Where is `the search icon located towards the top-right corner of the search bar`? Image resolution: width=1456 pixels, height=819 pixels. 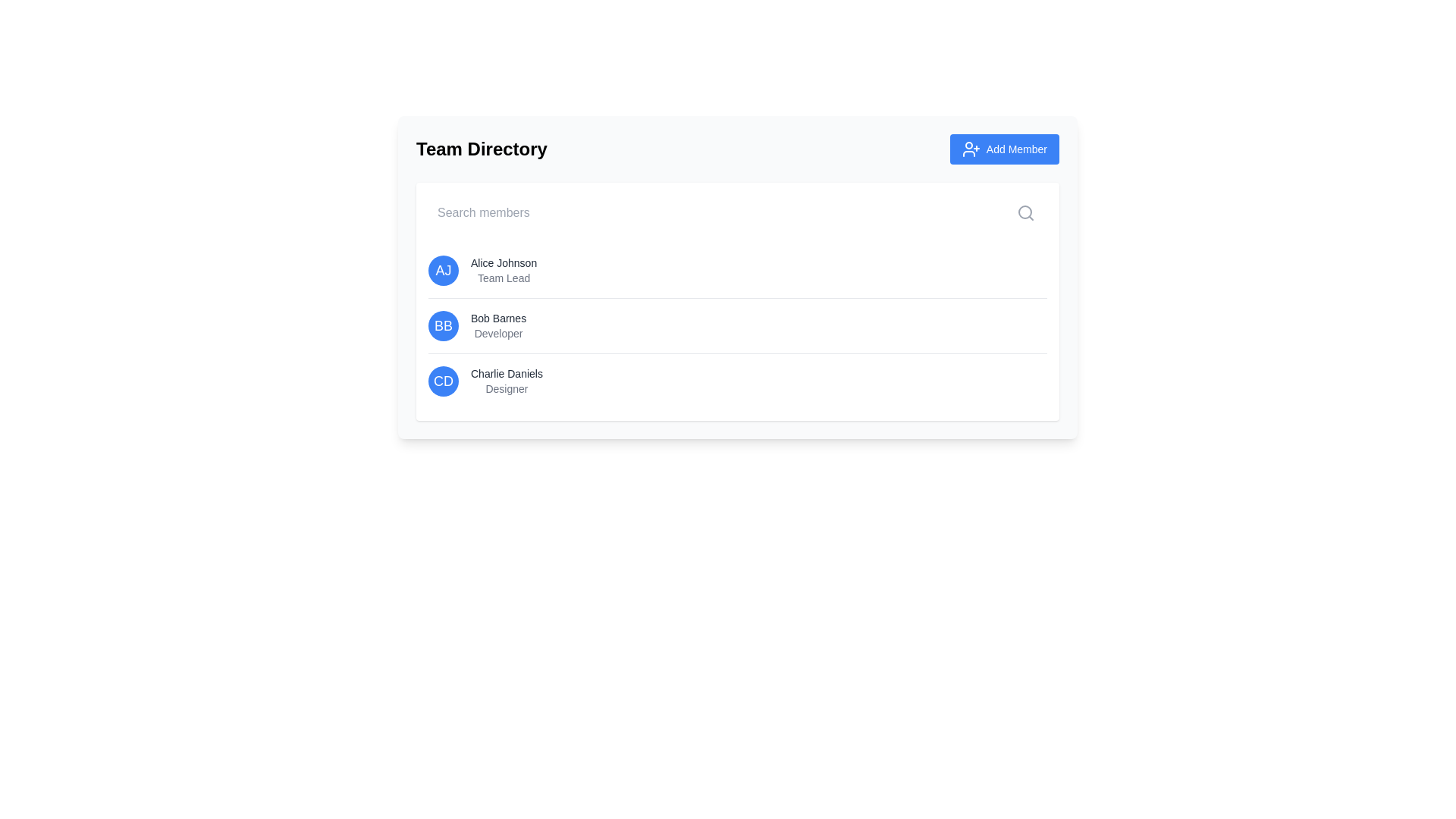
the search icon located towards the top-right corner of the search bar is located at coordinates (1026, 213).